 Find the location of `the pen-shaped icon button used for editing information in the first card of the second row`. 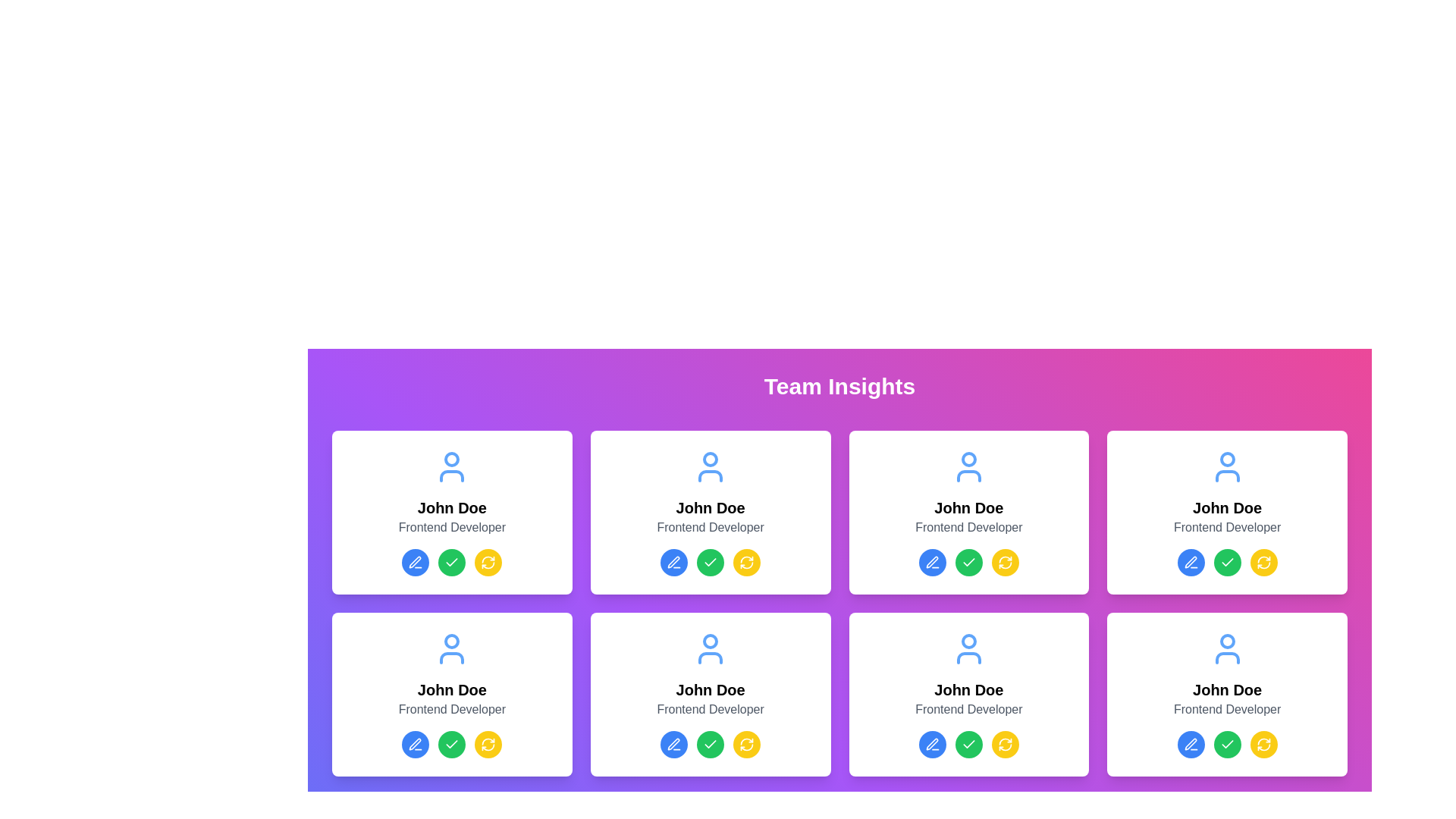

the pen-shaped icon button used for editing information in the first card of the second row is located at coordinates (931, 562).